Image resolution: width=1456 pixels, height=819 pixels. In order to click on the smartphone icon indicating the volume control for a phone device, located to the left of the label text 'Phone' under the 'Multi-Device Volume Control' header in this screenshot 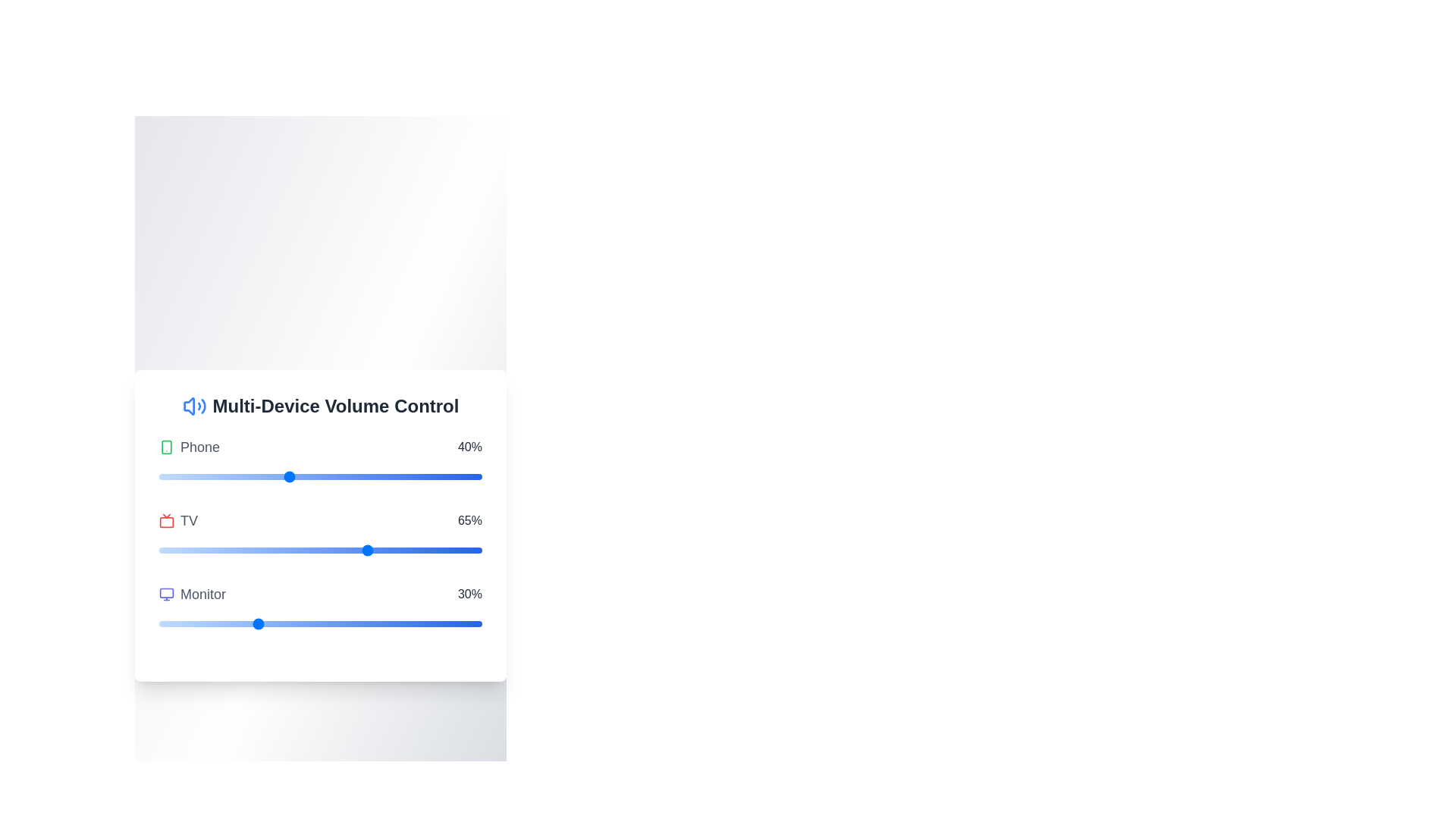, I will do `click(167, 446)`.